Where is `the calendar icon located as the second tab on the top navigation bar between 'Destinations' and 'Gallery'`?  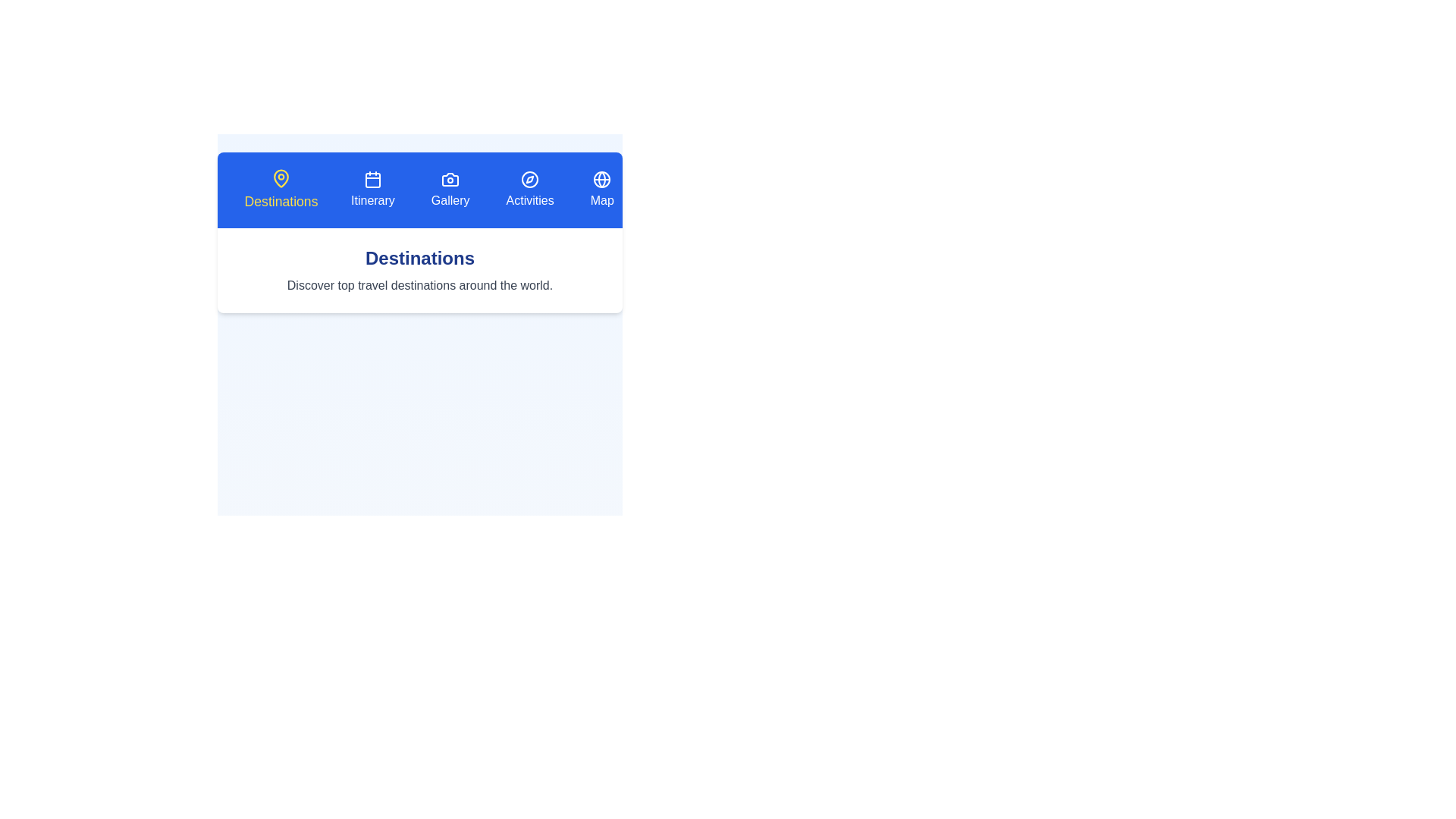
the calendar icon located as the second tab on the top navigation bar between 'Destinations' and 'Gallery' is located at coordinates (372, 178).